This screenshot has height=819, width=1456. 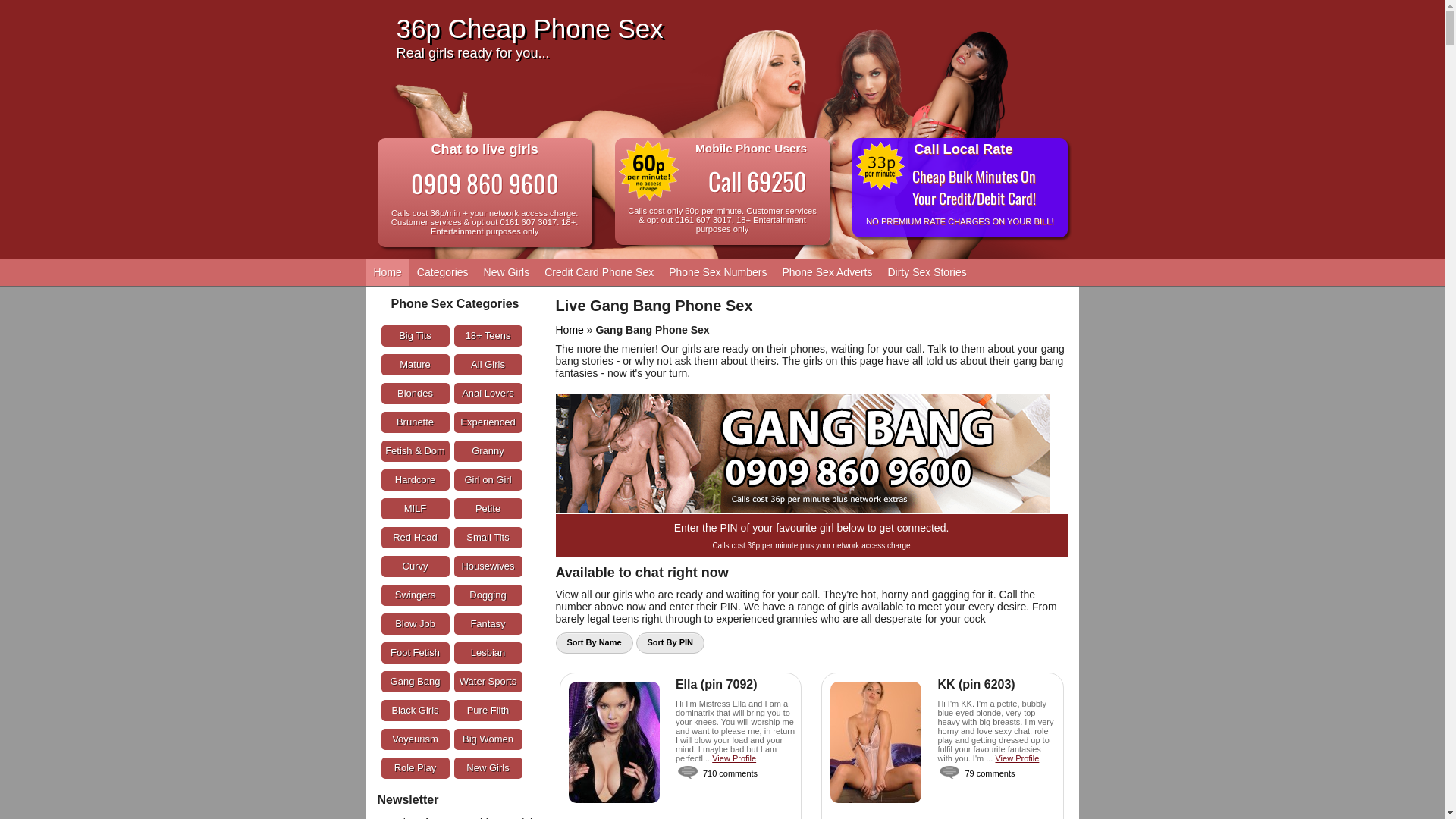 I want to click on 'MILF', so click(x=415, y=509).